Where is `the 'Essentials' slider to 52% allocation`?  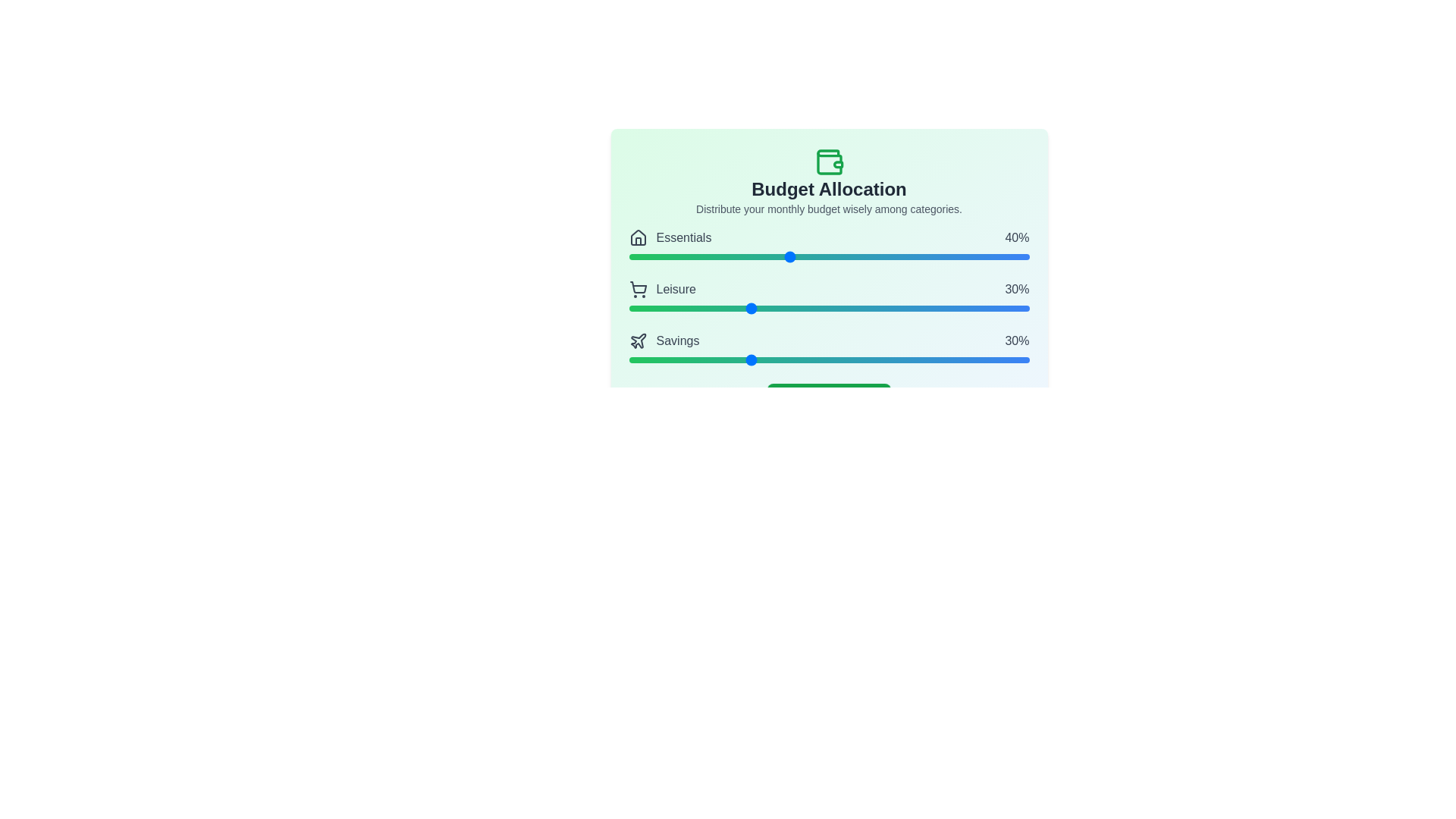 the 'Essentials' slider to 52% allocation is located at coordinates (836, 256).